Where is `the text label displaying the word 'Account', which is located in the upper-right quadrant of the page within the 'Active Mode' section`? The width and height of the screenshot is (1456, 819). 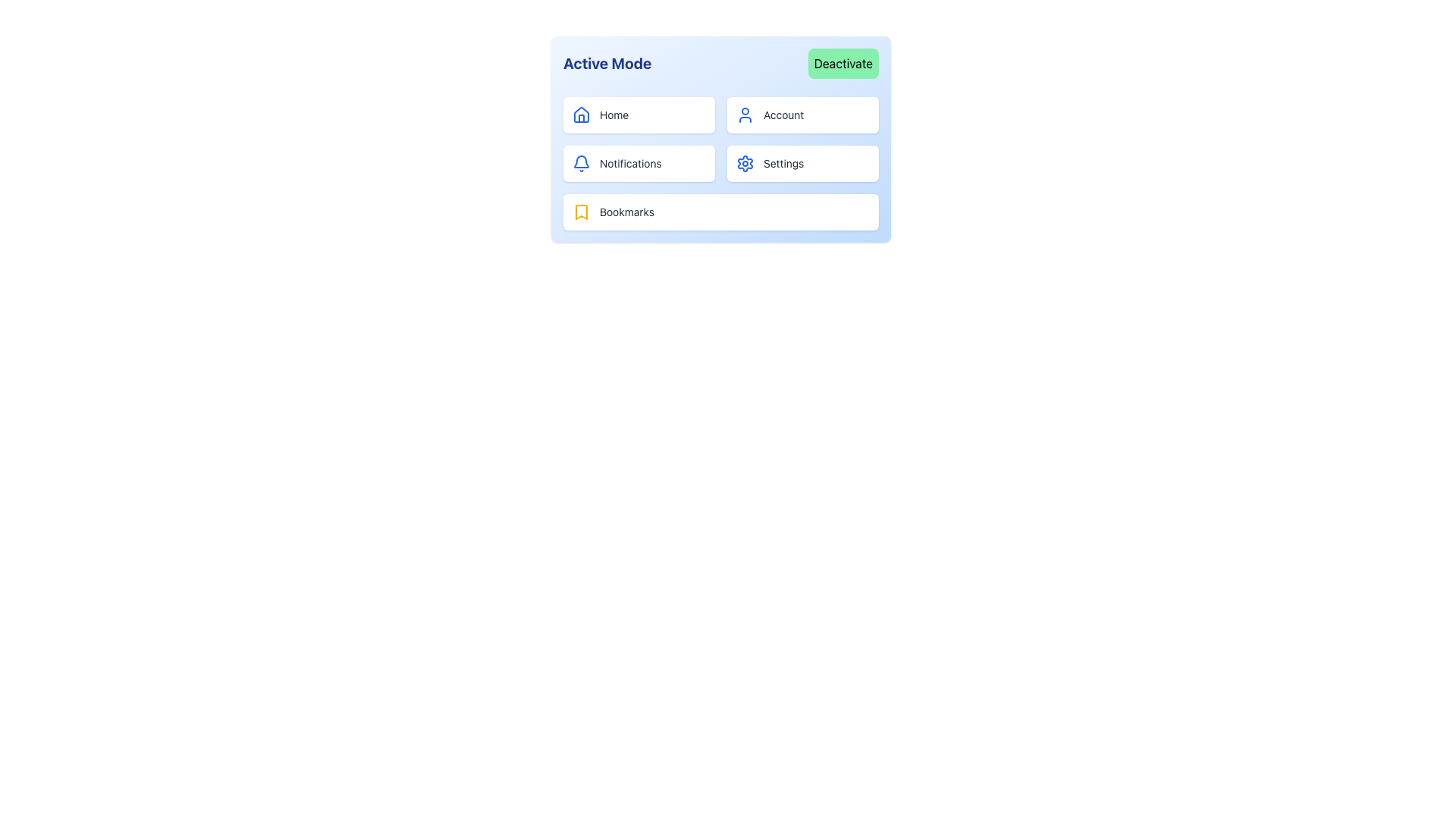
the text label displaying the word 'Account', which is located in the upper-right quadrant of the page within the 'Active Mode' section is located at coordinates (783, 114).